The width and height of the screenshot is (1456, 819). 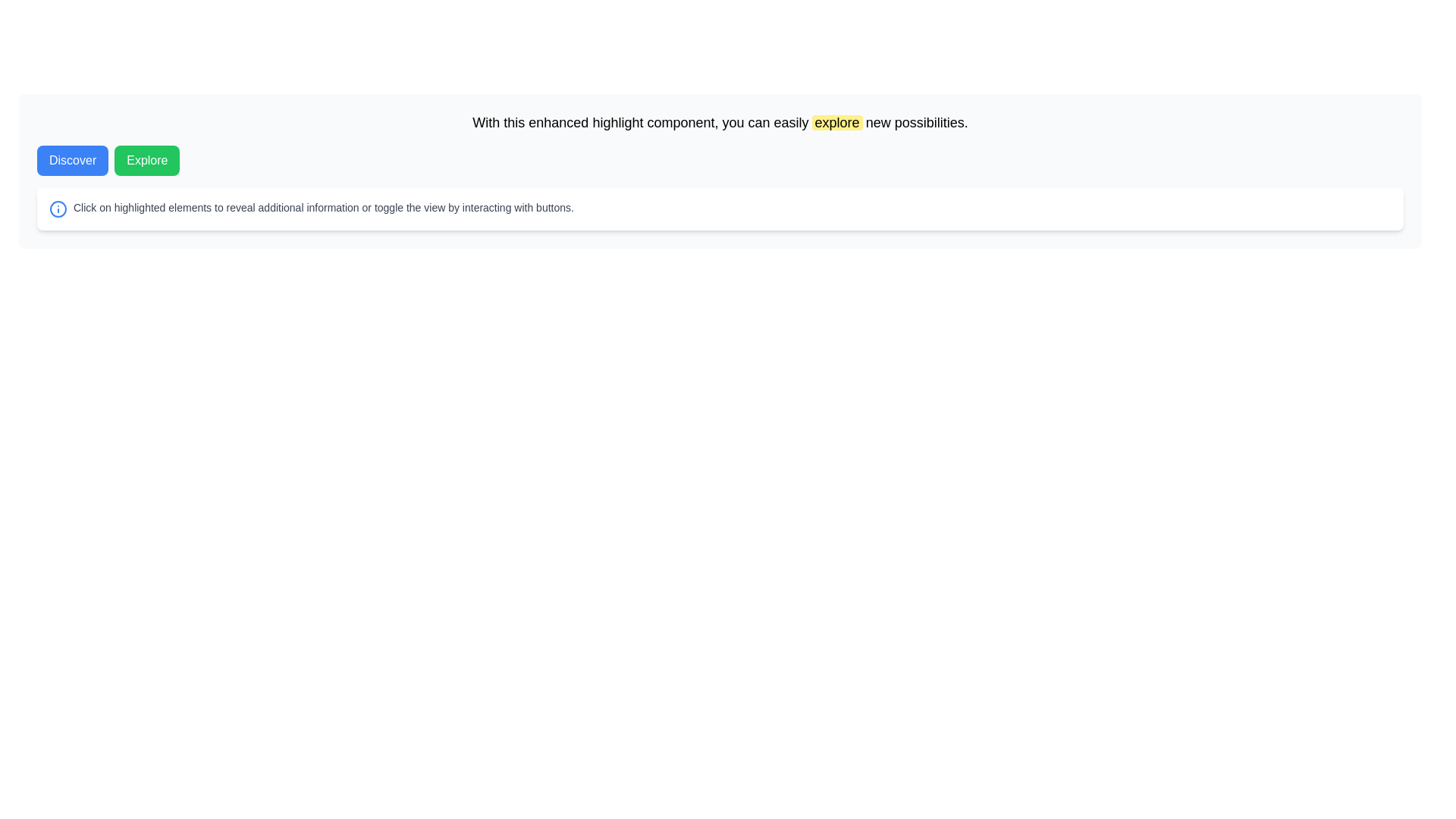 What do you see at coordinates (72, 161) in the screenshot?
I see `the blue 'Discover' button with rounded corners` at bounding box center [72, 161].